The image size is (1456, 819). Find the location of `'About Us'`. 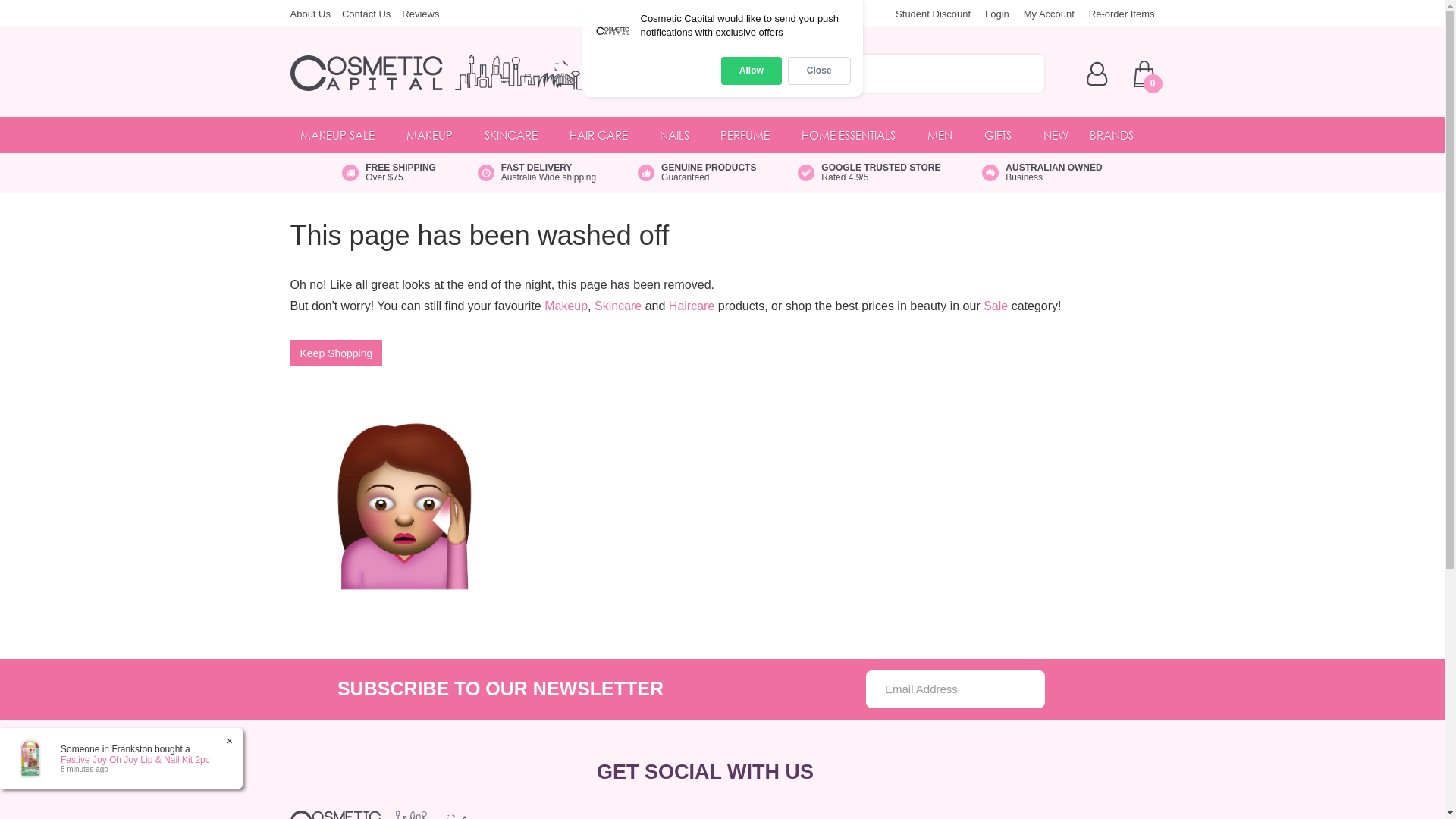

'About Us' is located at coordinates (309, 14).